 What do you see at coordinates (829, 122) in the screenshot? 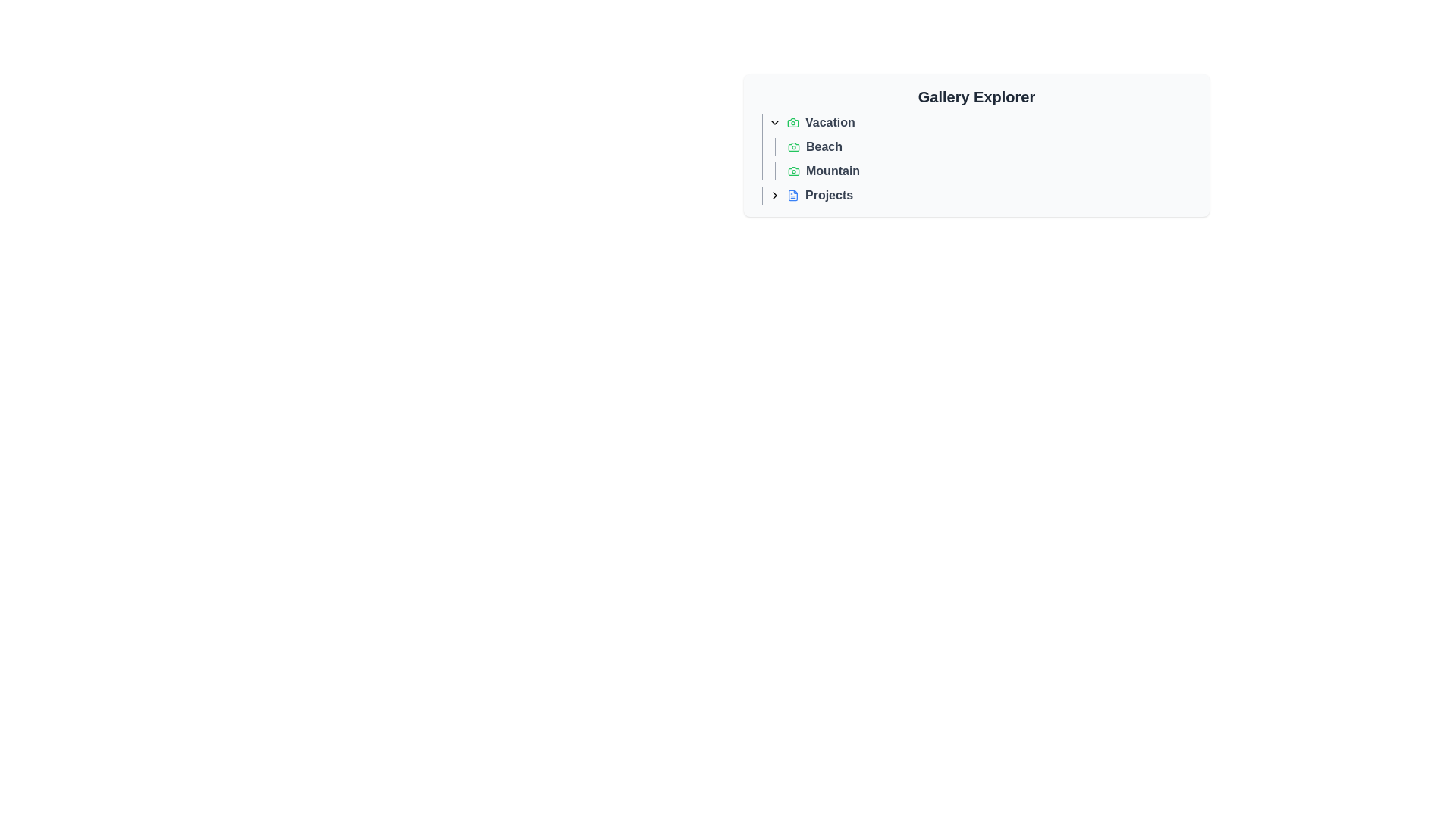
I see `the 'Vacation' label, which is positioned as the label of the first item in a hierarchical list view, following a green camera icon and preceding a collapsible arrow indicator` at bounding box center [829, 122].